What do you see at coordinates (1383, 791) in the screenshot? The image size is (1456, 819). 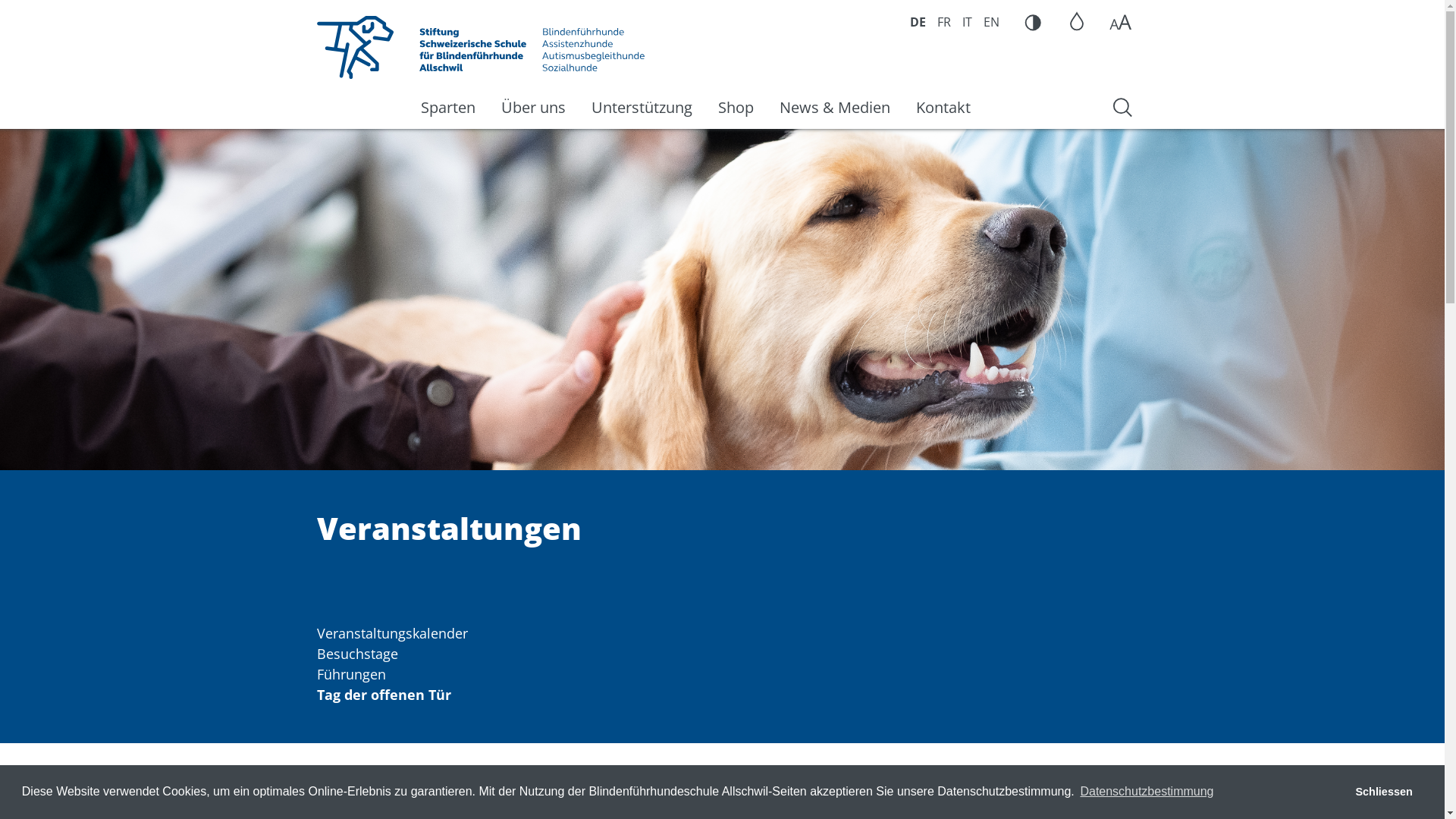 I see `'Schliessen'` at bounding box center [1383, 791].